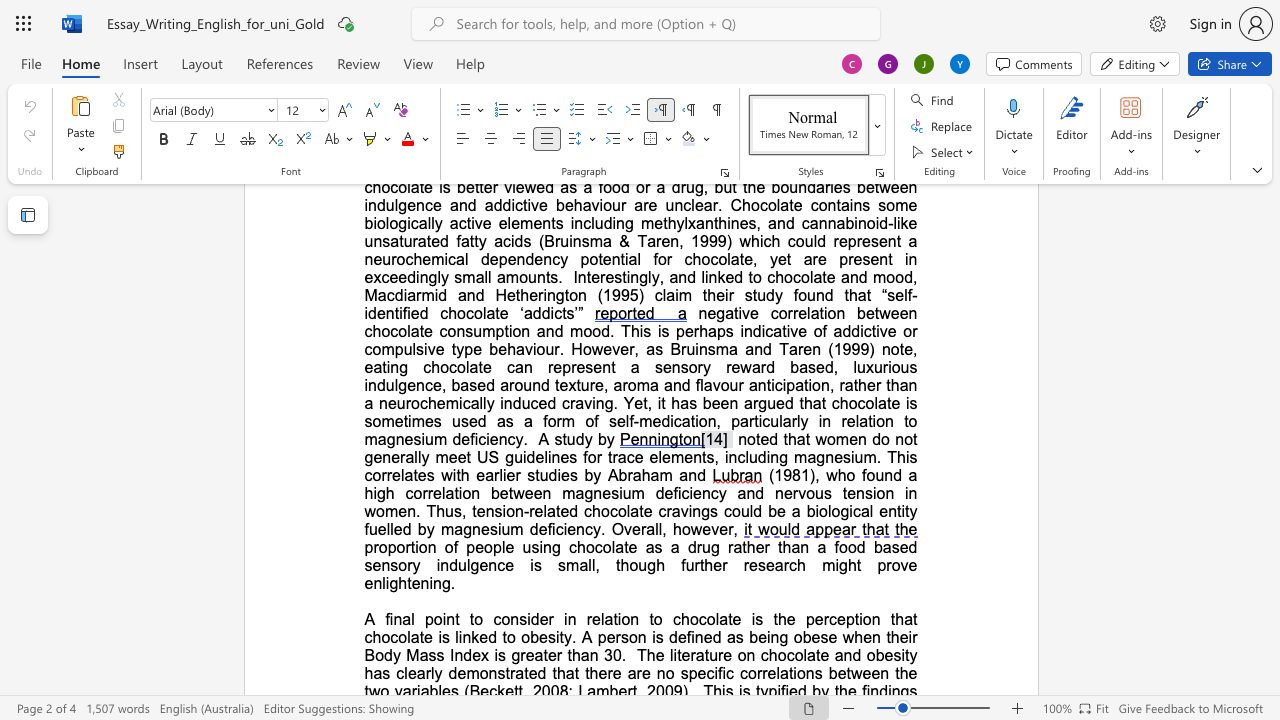  What do you see at coordinates (574, 438) in the screenshot?
I see `the space between the continuous character "u" and "d" in the text` at bounding box center [574, 438].